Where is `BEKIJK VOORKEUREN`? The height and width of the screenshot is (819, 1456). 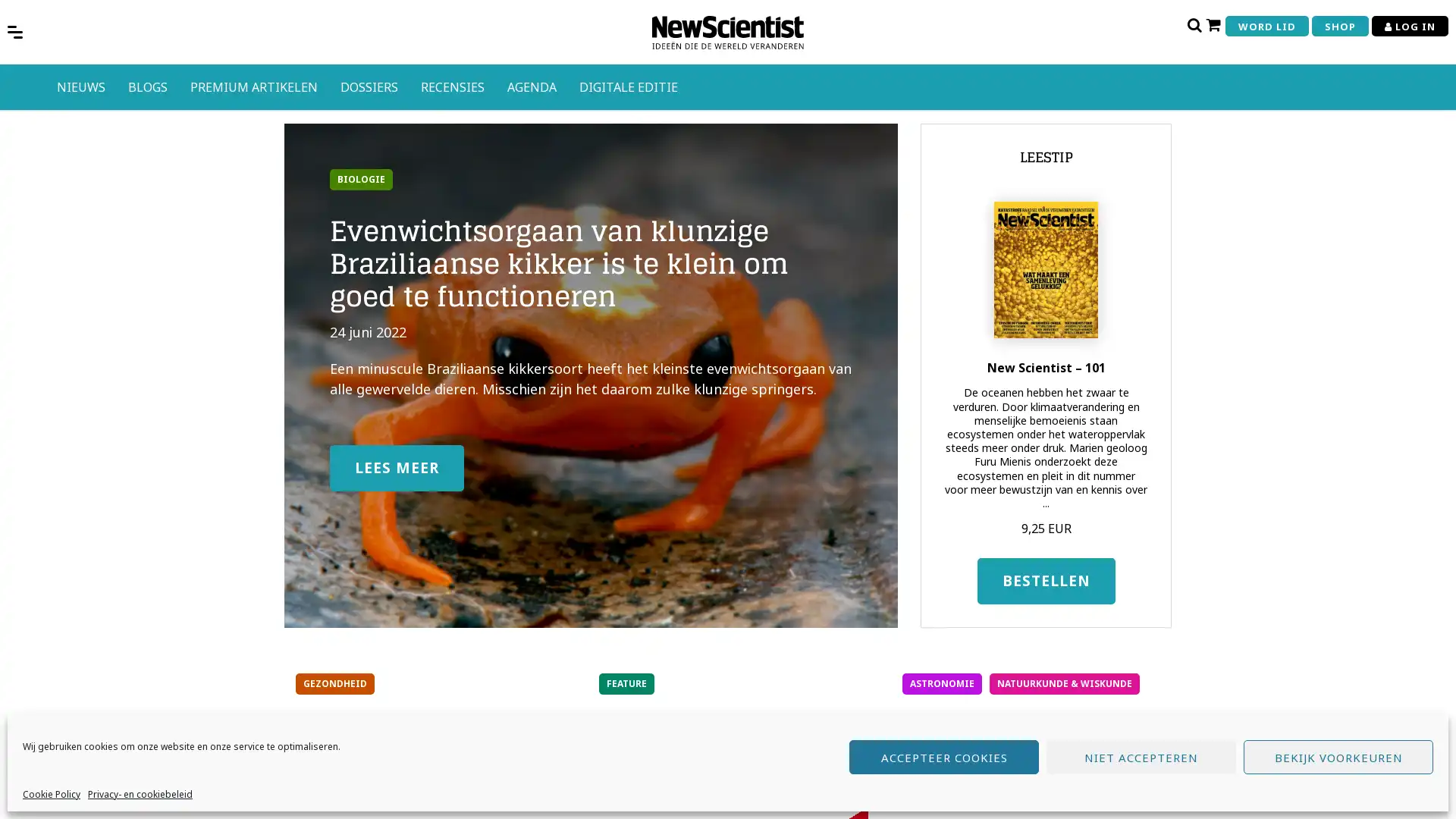
BEKIJK VOORKEUREN is located at coordinates (1338, 757).